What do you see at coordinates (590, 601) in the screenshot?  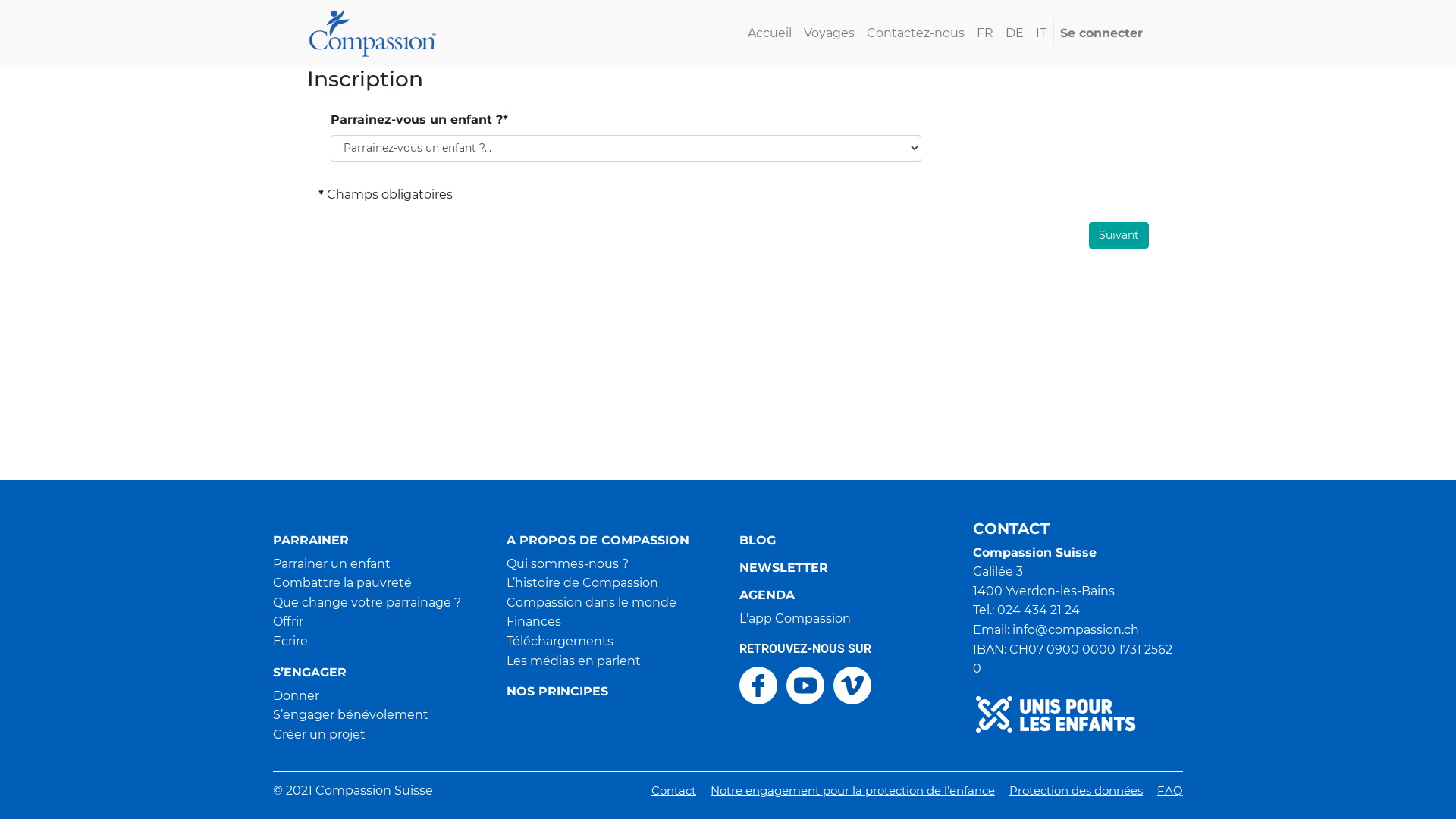 I see `'Compassion dans le monde'` at bounding box center [590, 601].